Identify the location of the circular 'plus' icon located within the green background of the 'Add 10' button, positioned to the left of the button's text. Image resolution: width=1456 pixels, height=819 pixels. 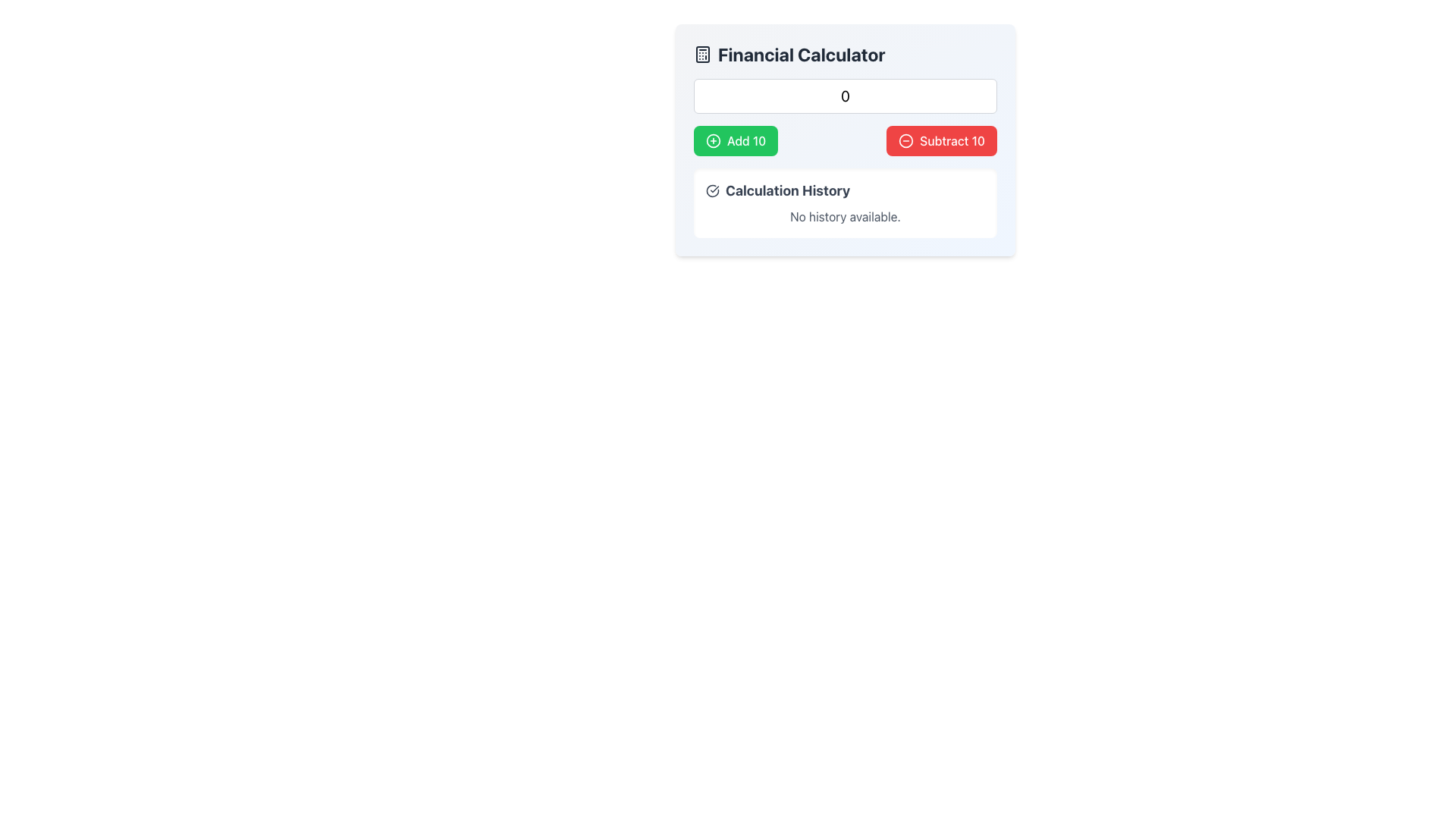
(712, 140).